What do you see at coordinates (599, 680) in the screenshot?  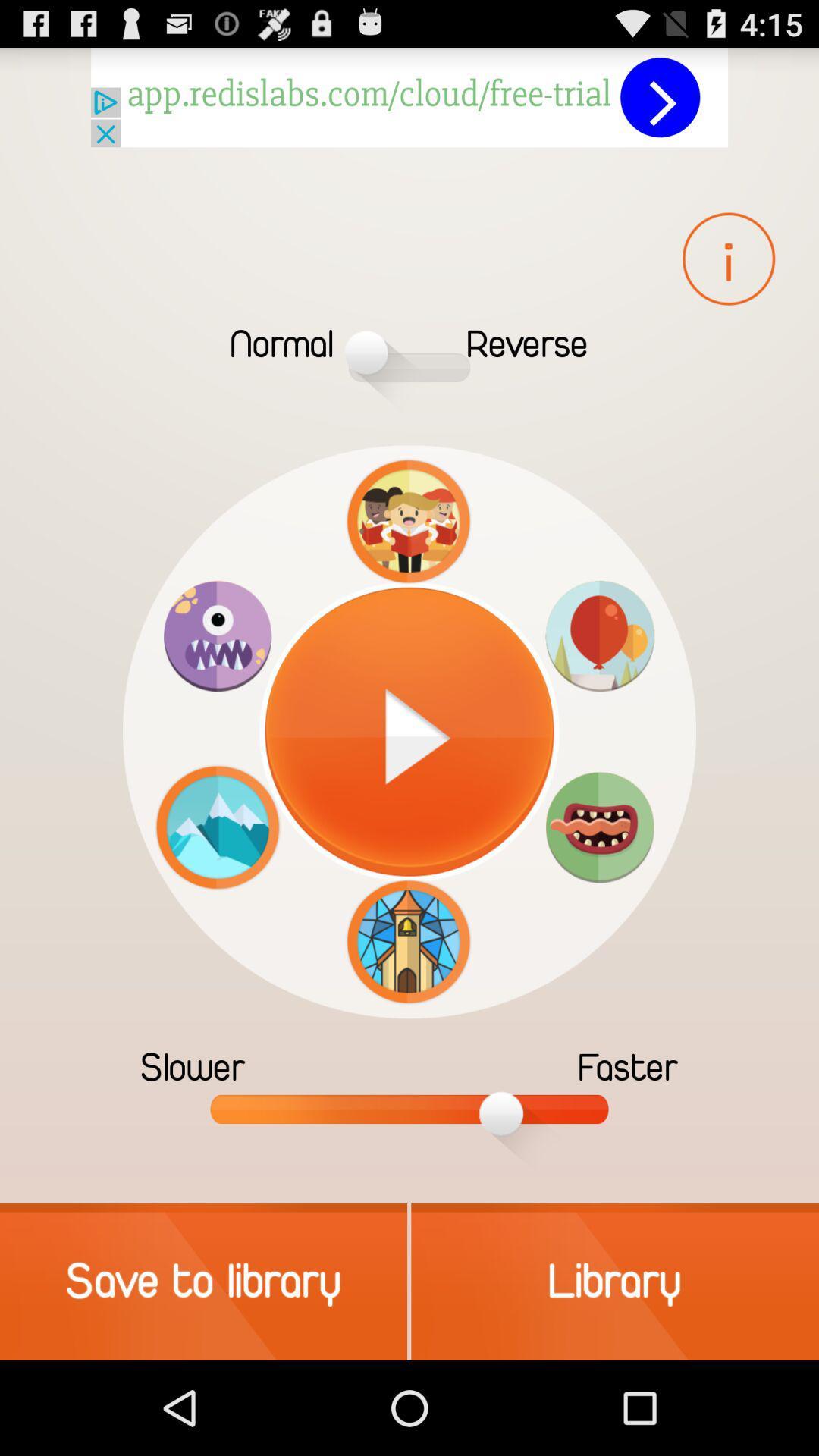 I see `the location icon` at bounding box center [599, 680].